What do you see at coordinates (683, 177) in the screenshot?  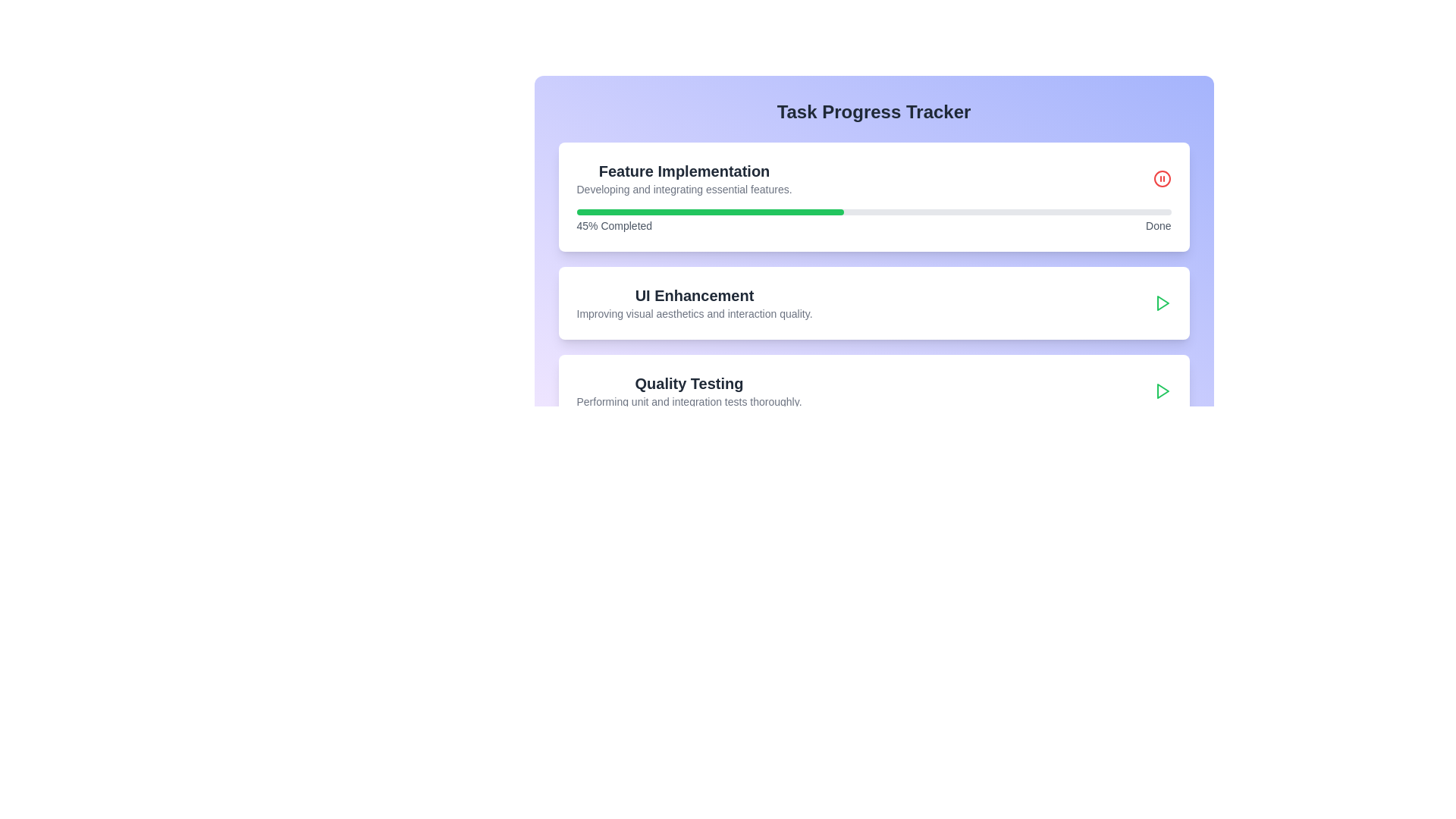 I see `text content from the textual content block titled 'Feature Implementation' which contains two lines of text, with the first line being bold and larger than the second line` at bounding box center [683, 177].